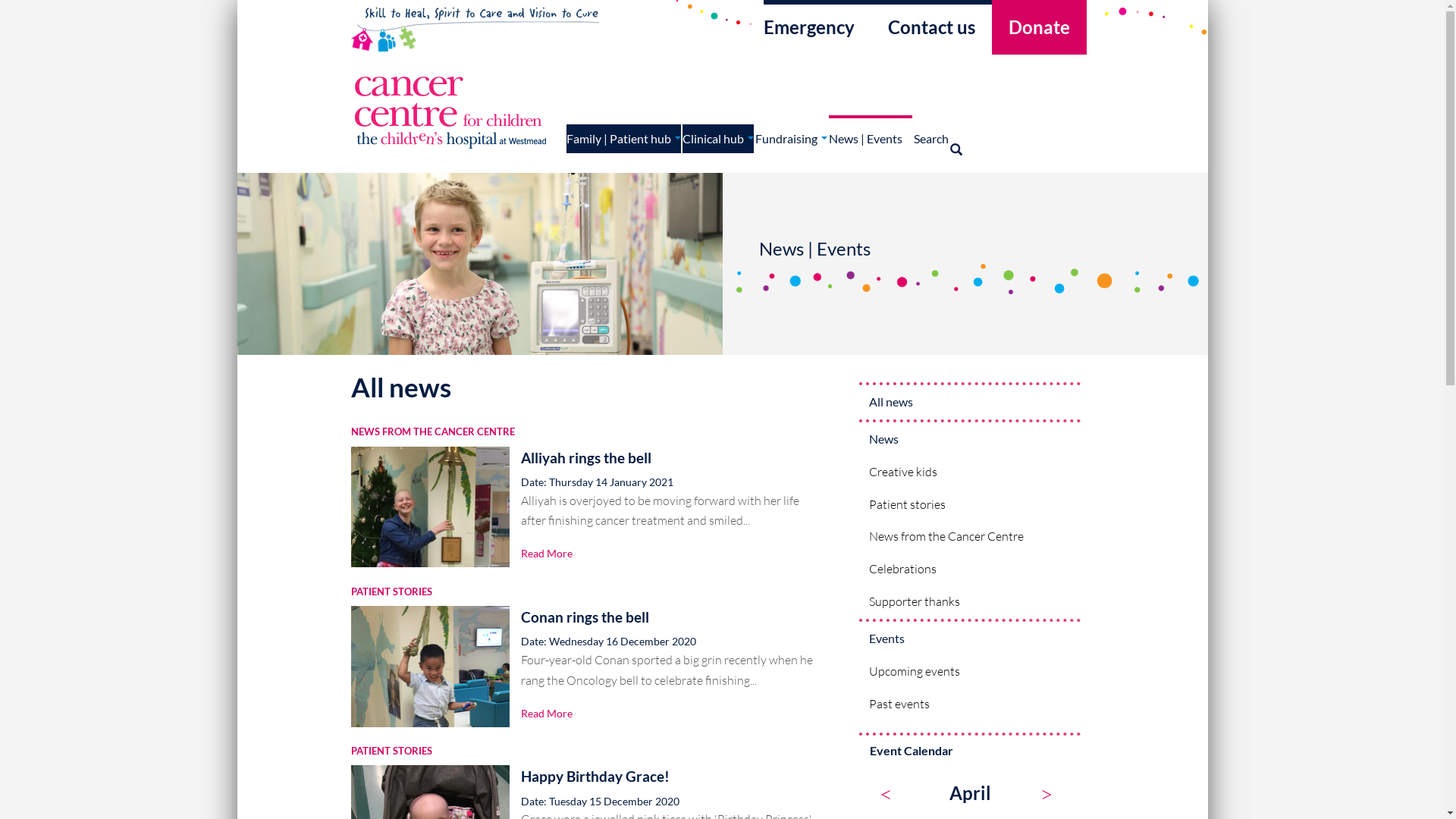 The image size is (1456, 819). Describe the element at coordinates (969, 601) in the screenshot. I see `'Supporter thanks'` at that location.